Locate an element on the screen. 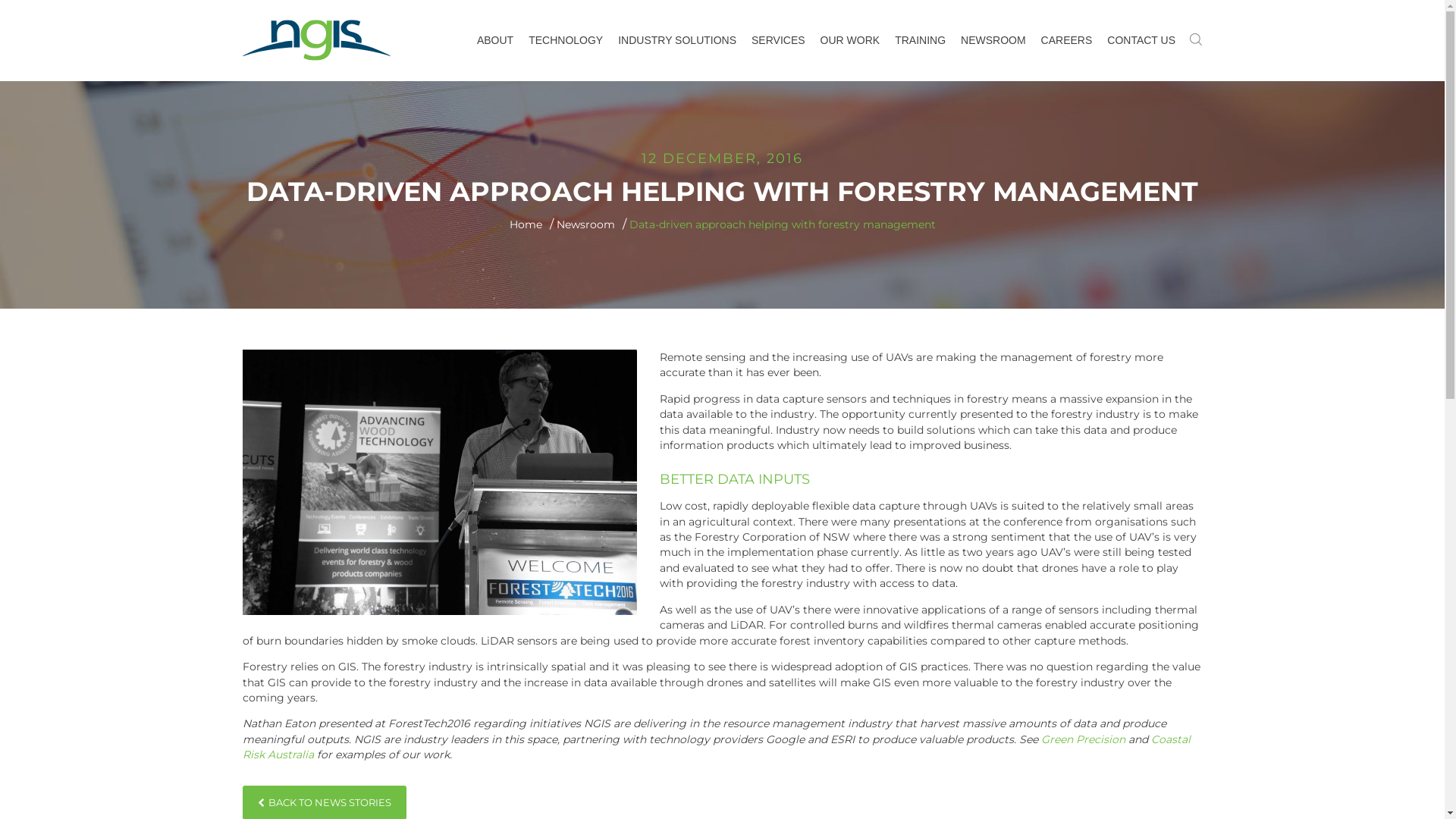 Image resolution: width=1456 pixels, height=819 pixels. 'OUR WORK' is located at coordinates (811, 39).